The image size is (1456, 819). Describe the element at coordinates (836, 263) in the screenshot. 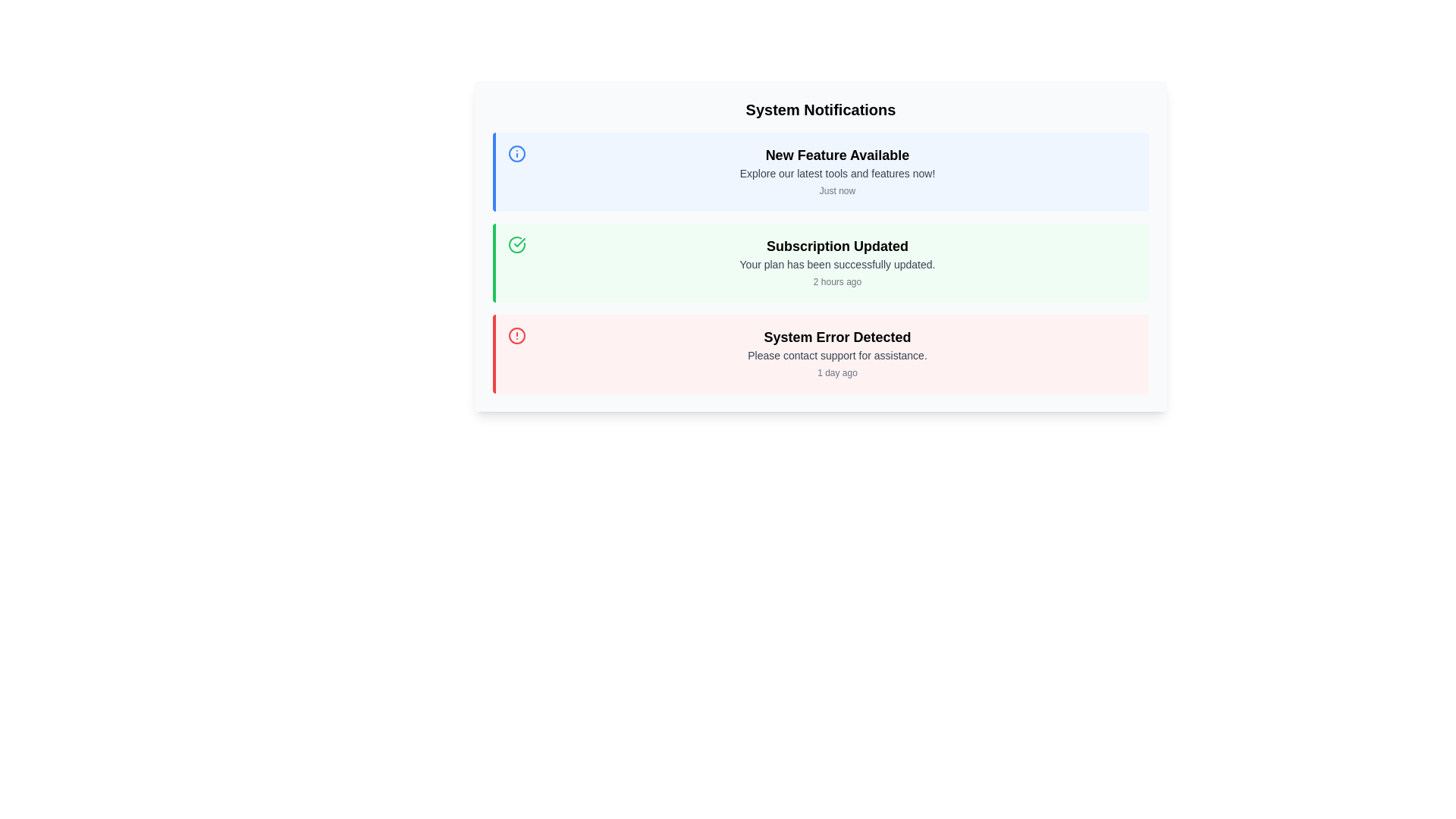

I see `the text label that reads 'Your plan has been successfully updated.'` at that location.